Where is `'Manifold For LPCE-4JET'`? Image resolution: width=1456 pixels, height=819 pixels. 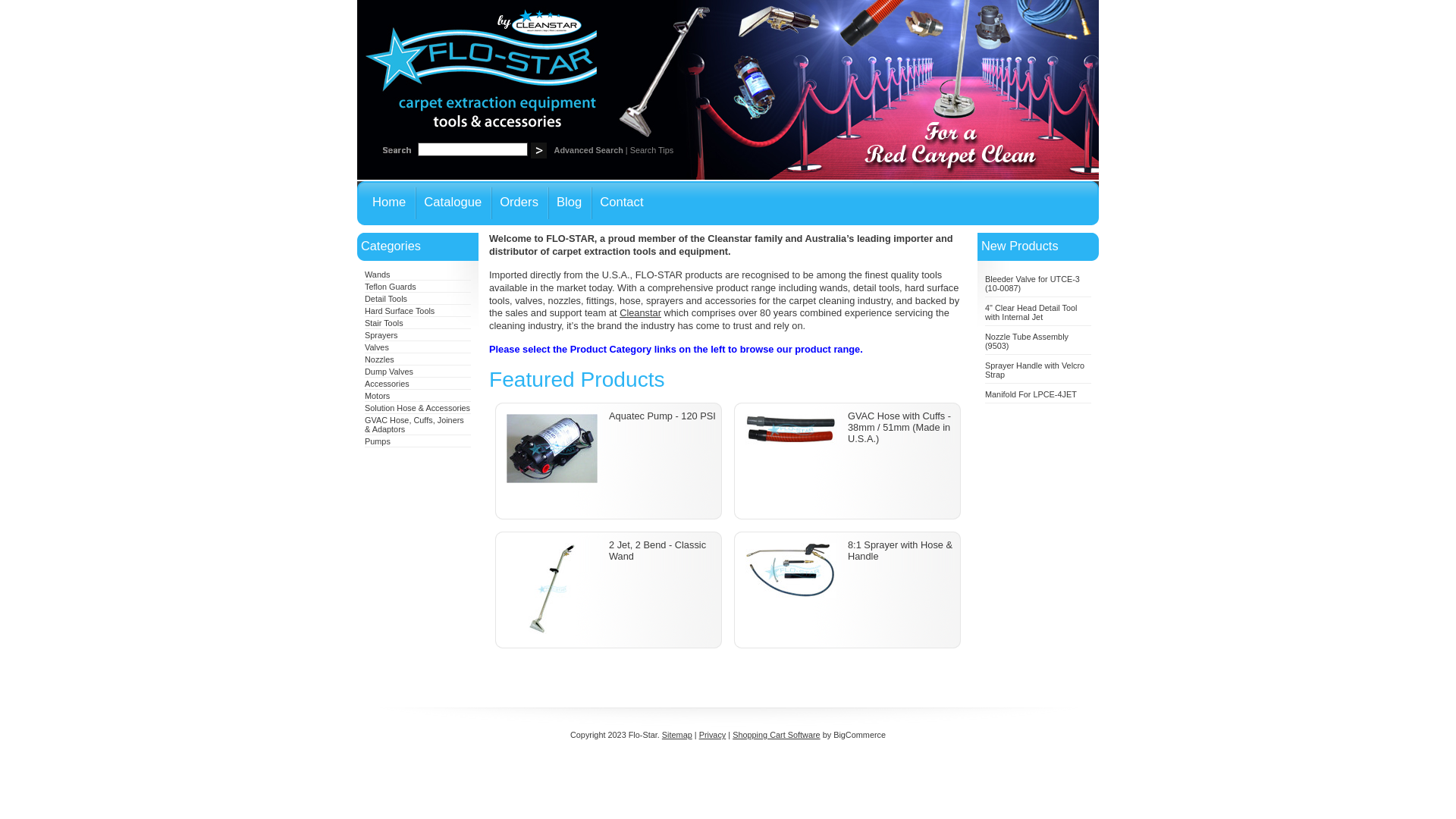
'Manifold For LPCE-4JET' is located at coordinates (1031, 394).